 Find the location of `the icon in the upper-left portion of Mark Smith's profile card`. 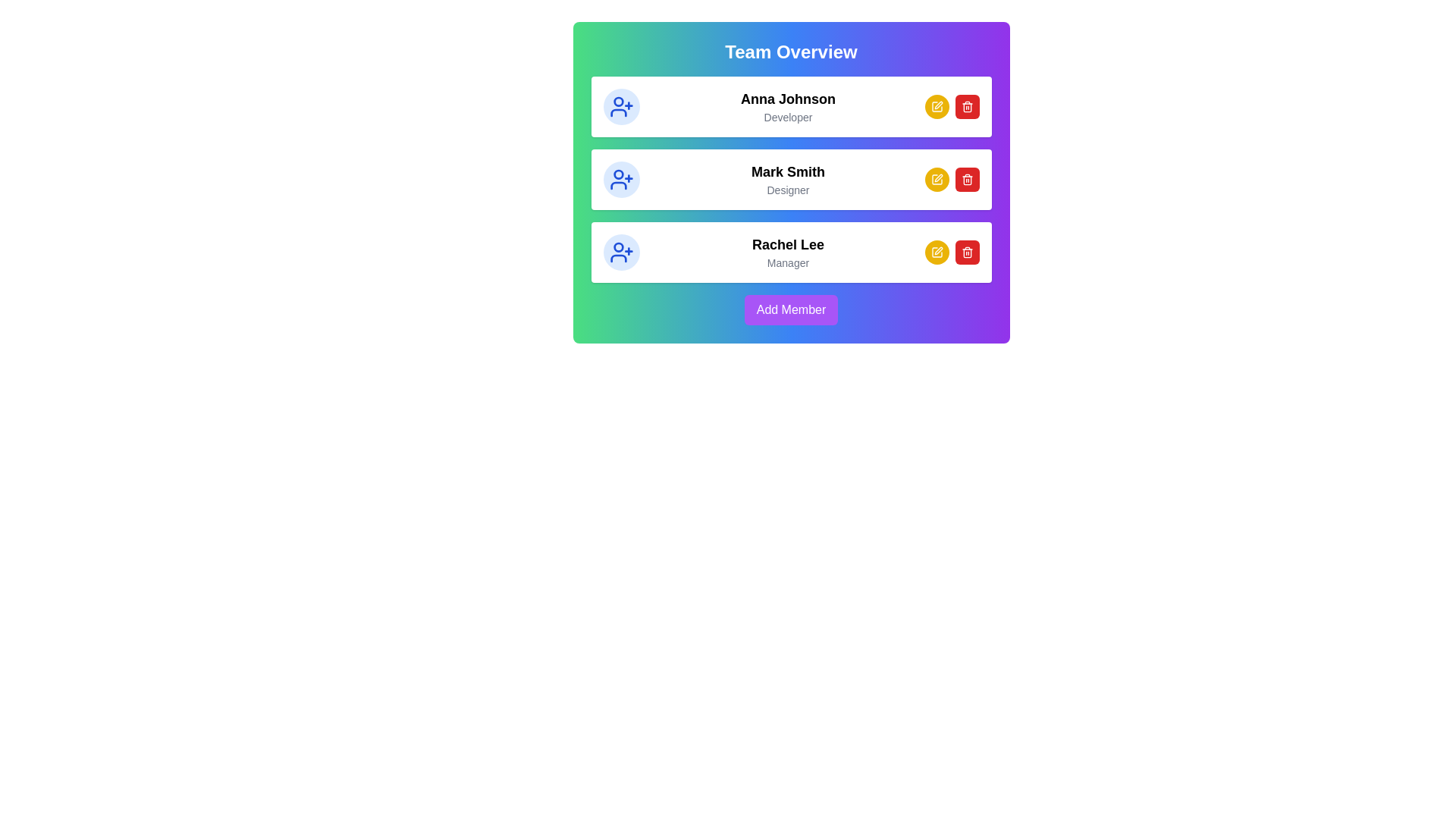

the icon in the upper-left portion of Mark Smith's profile card is located at coordinates (621, 178).